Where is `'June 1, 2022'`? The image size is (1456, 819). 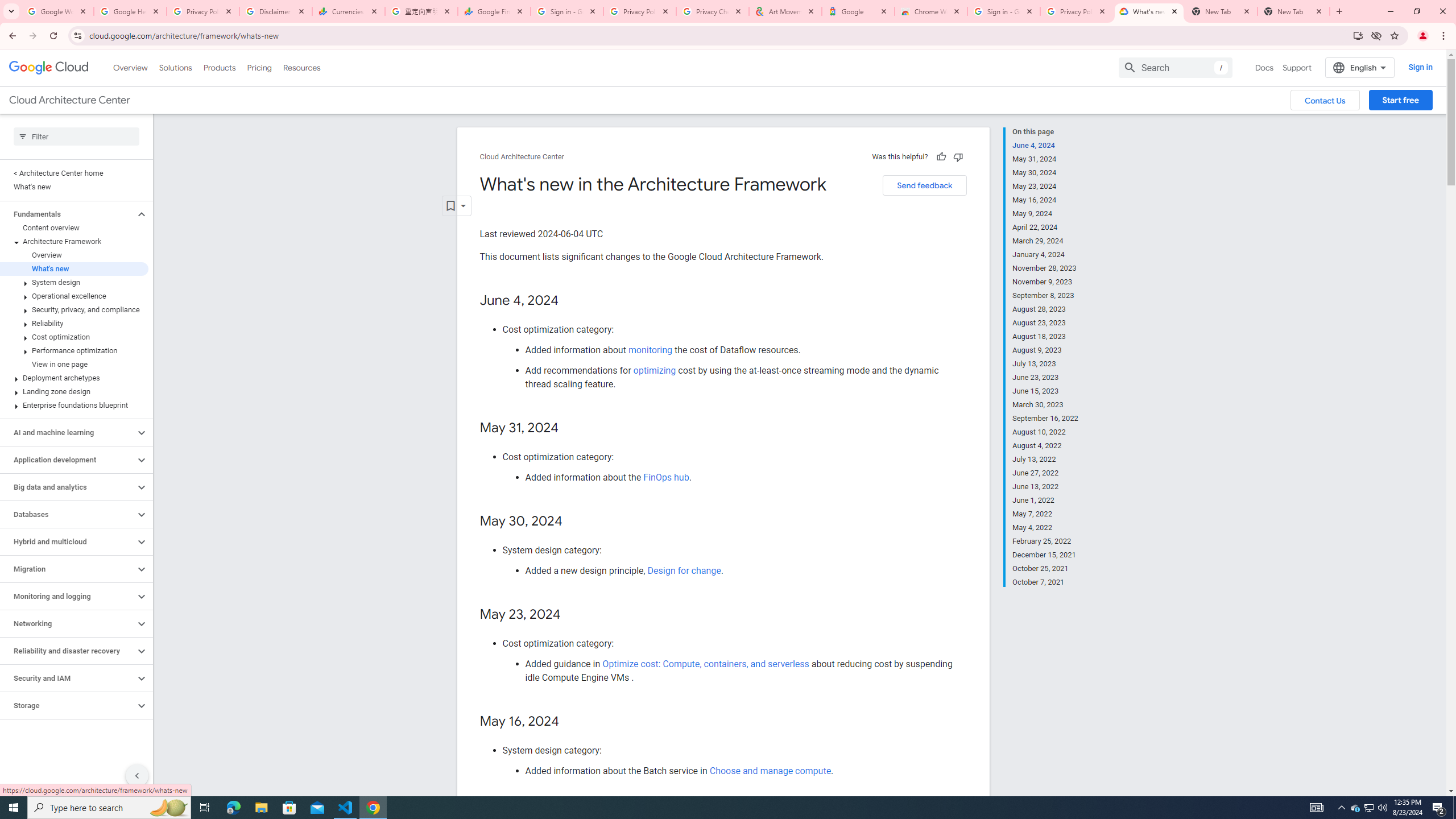
'June 1, 2022' is located at coordinates (1045, 499).